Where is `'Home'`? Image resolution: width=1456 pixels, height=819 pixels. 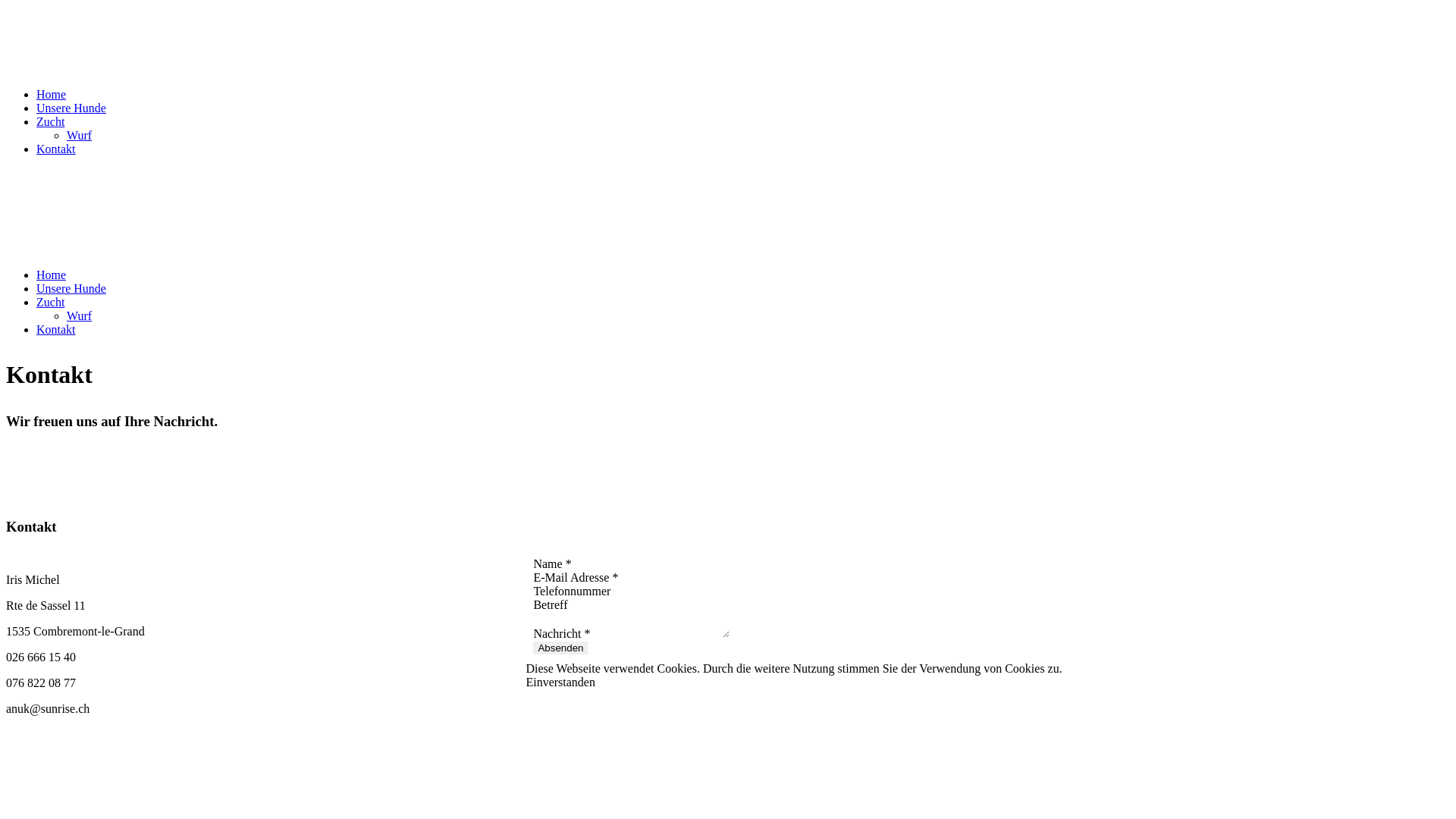
'Home' is located at coordinates (51, 94).